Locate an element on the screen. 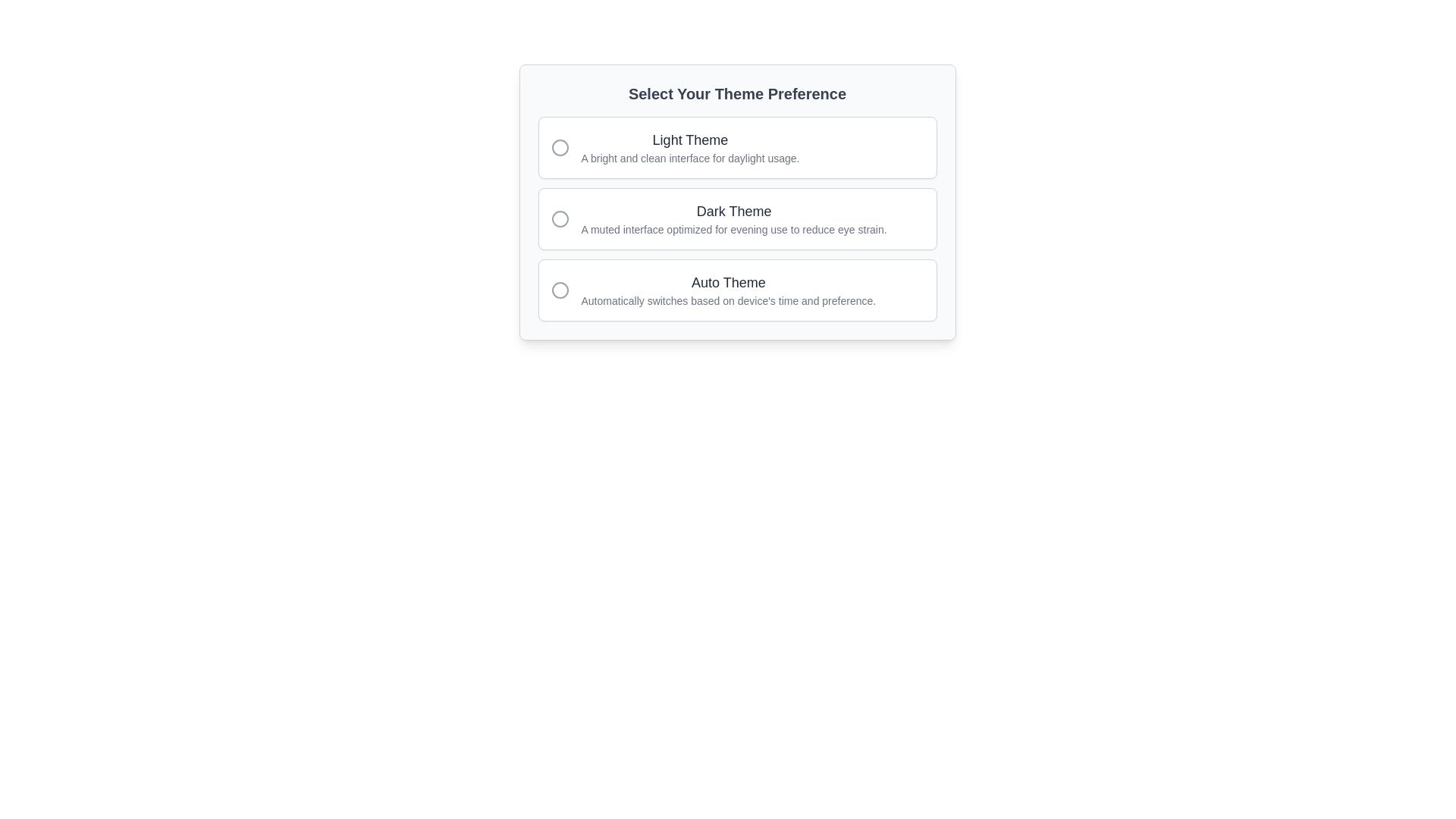 This screenshot has width=1456, height=819. the descriptive text caption that reads 'Automatically switches based on device's time and preference.', which is styled in gray and located beneath the 'Auto Theme' title in the theme preferences panel is located at coordinates (728, 301).